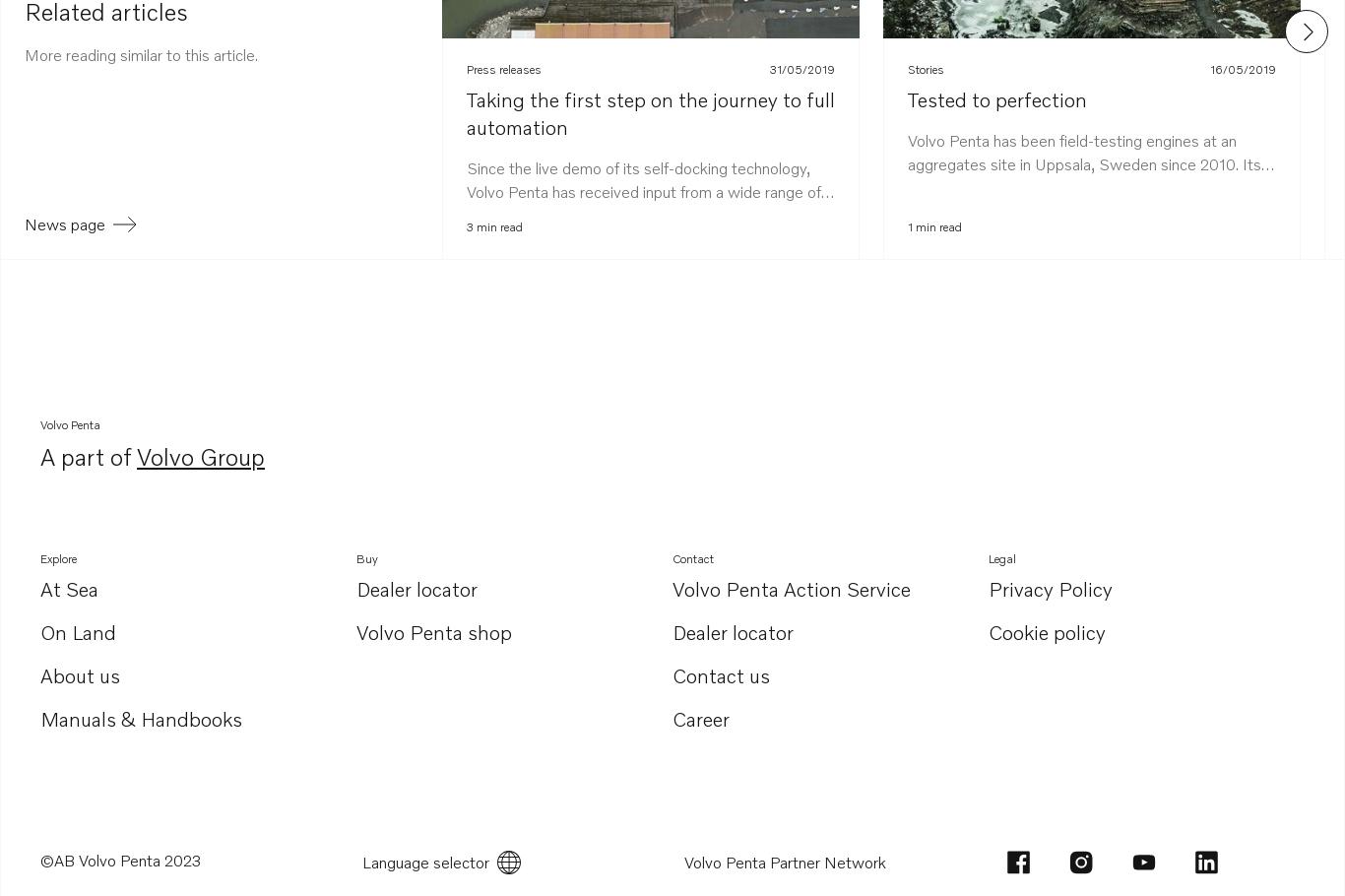 This screenshot has width=1345, height=896. I want to click on 'A part of', so click(89, 454).